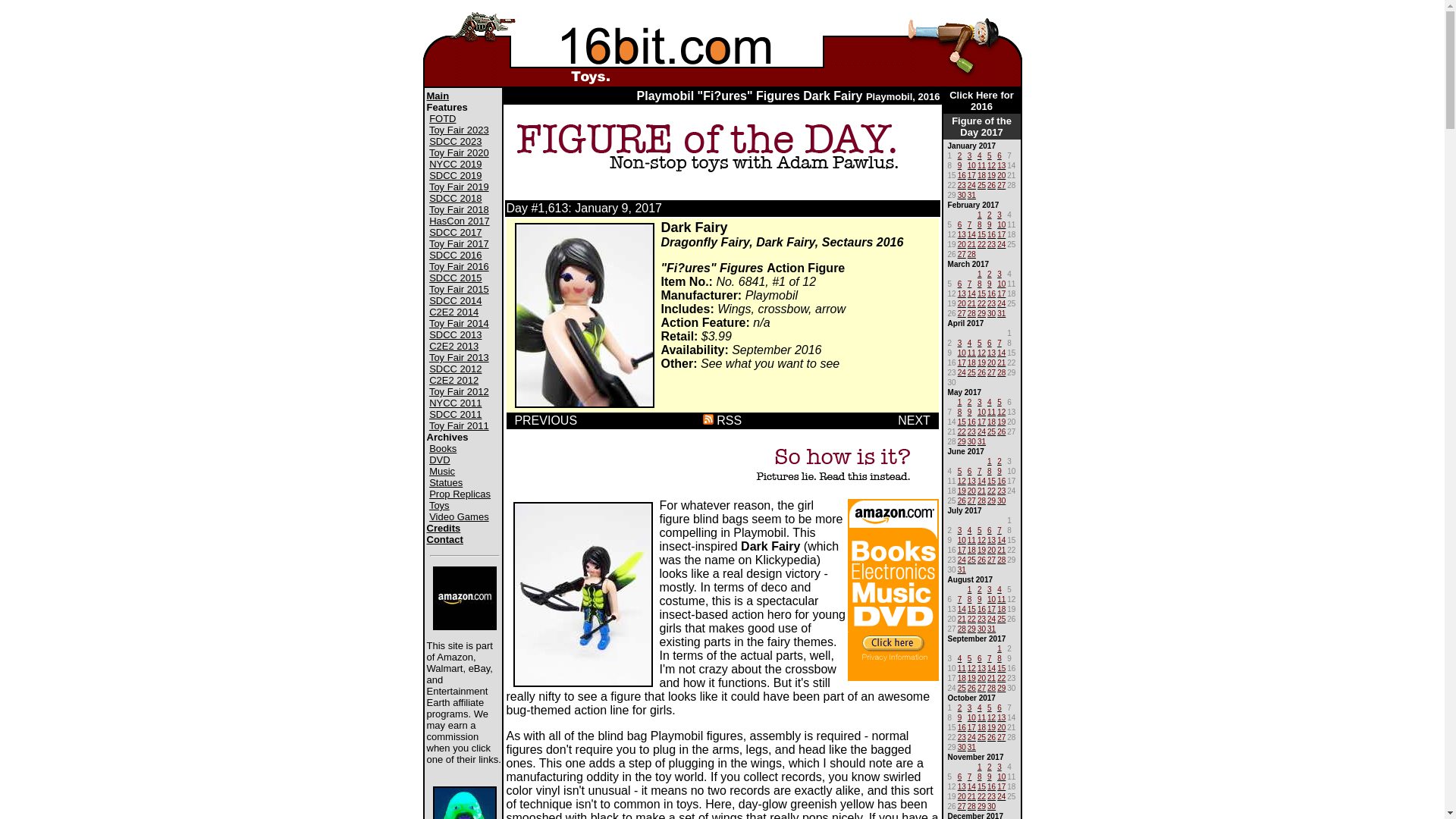 This screenshot has height=819, width=1456. Describe the element at coordinates (436, 96) in the screenshot. I see `'Main'` at that location.